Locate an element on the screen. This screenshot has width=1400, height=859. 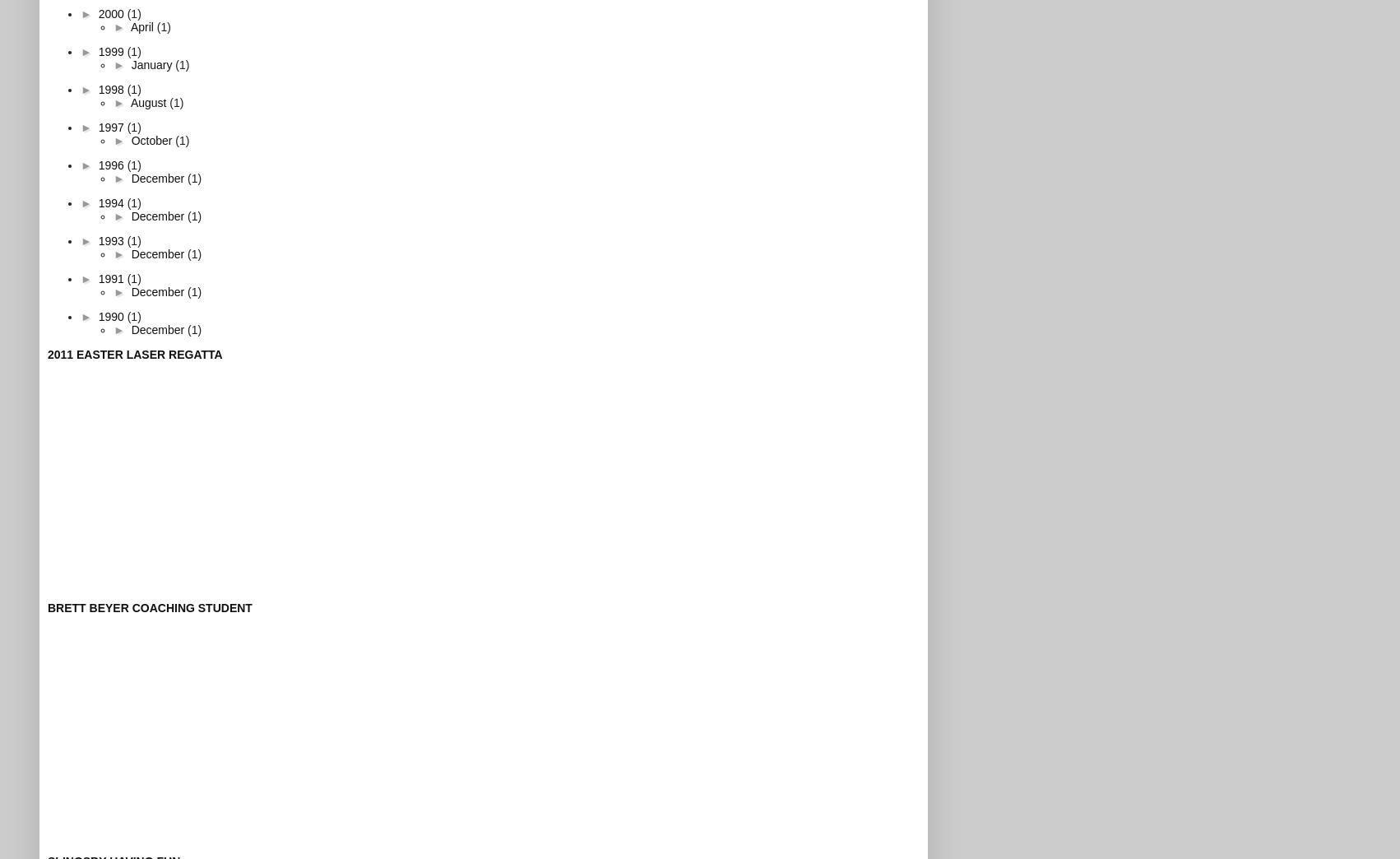
'October' is located at coordinates (152, 138).